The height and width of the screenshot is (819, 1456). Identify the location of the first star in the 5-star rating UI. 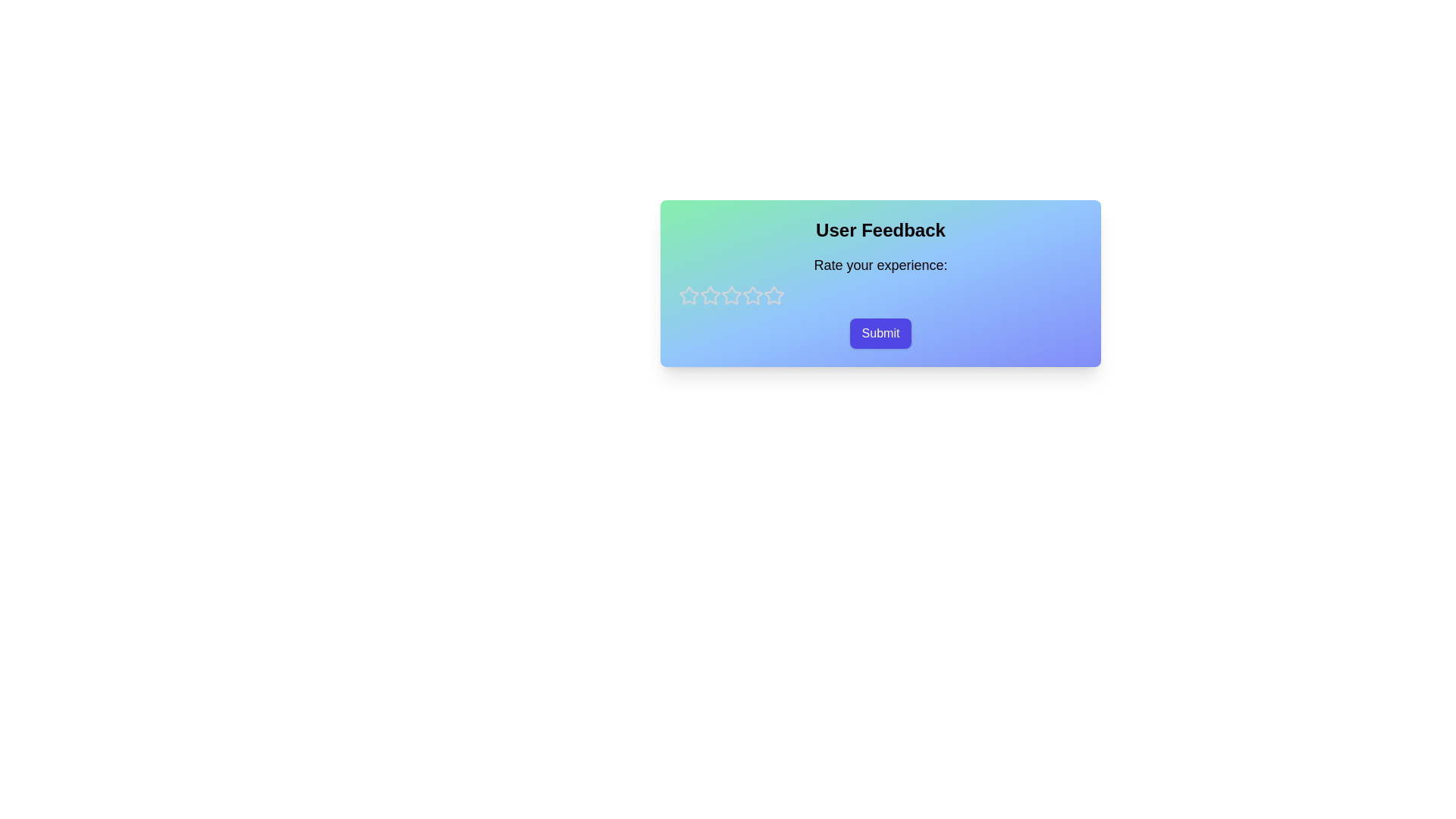
(709, 295).